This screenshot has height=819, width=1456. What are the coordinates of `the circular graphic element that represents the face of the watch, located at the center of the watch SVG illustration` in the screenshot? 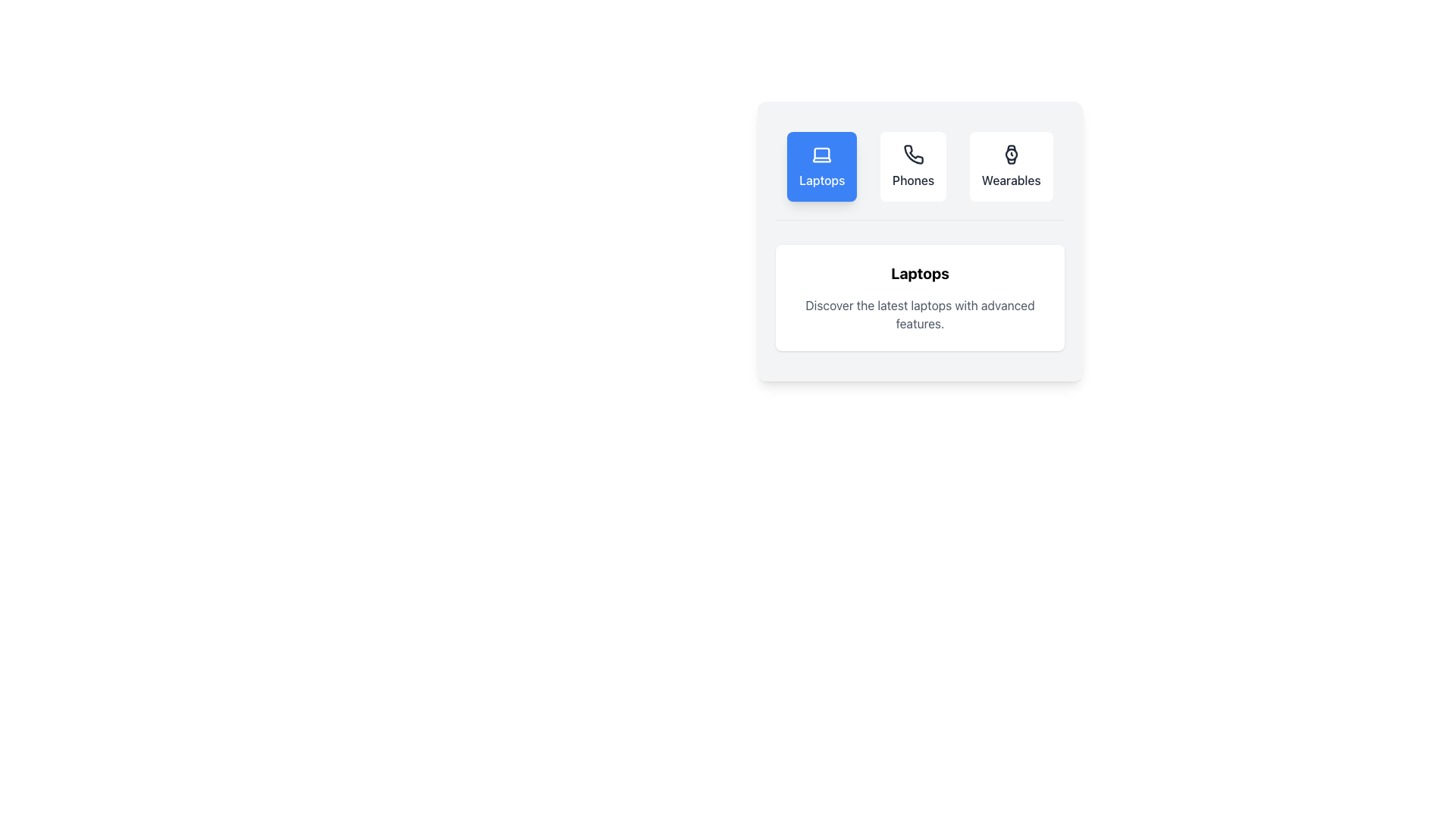 It's located at (1011, 155).